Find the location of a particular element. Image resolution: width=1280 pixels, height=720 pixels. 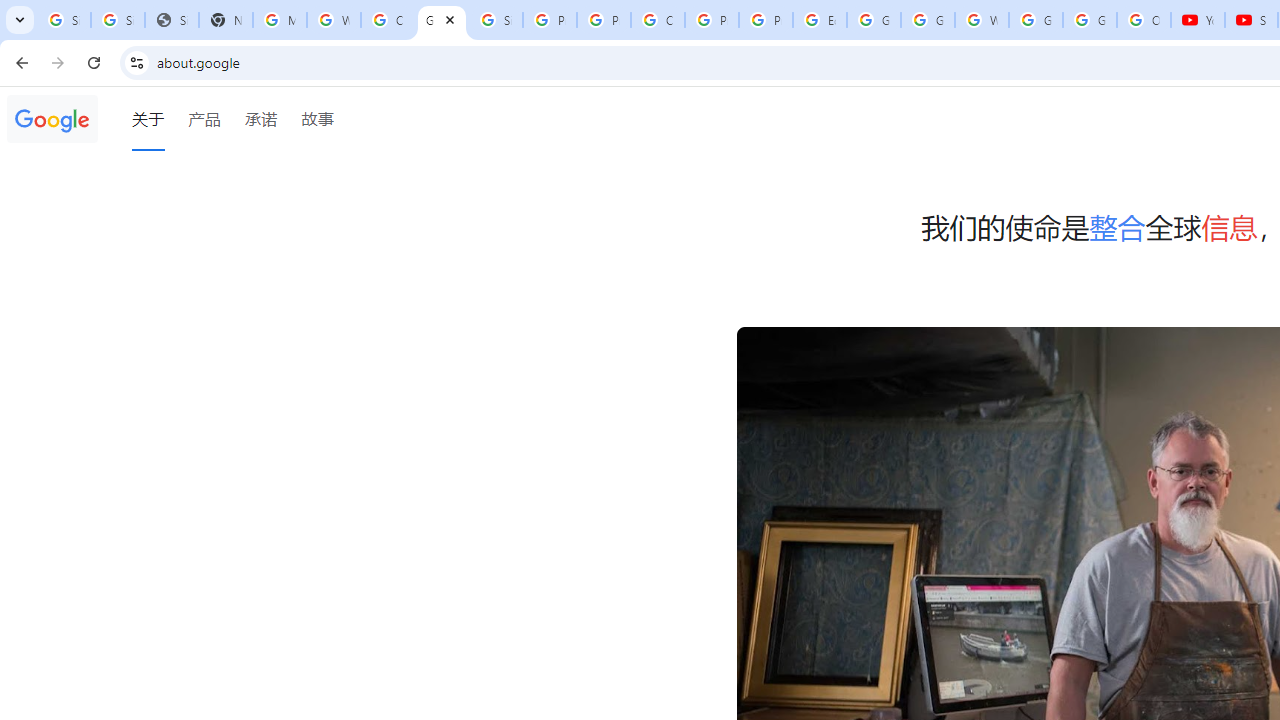

'Edit and view right-to-left text - Google Docs Editors Help' is located at coordinates (819, 20).